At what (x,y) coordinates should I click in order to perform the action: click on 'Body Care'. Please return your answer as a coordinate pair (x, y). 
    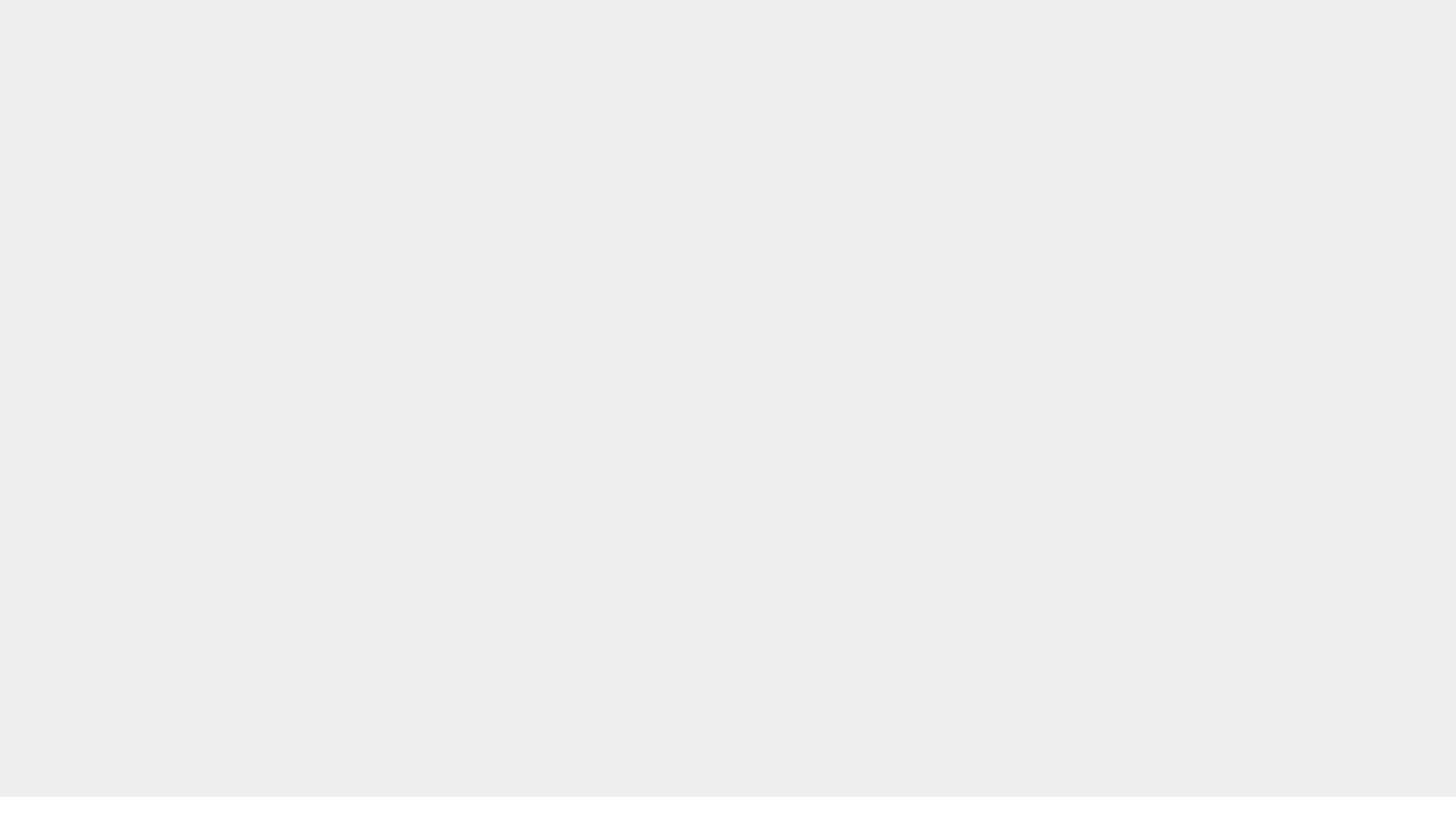
    Looking at the image, I should click on (253, 181).